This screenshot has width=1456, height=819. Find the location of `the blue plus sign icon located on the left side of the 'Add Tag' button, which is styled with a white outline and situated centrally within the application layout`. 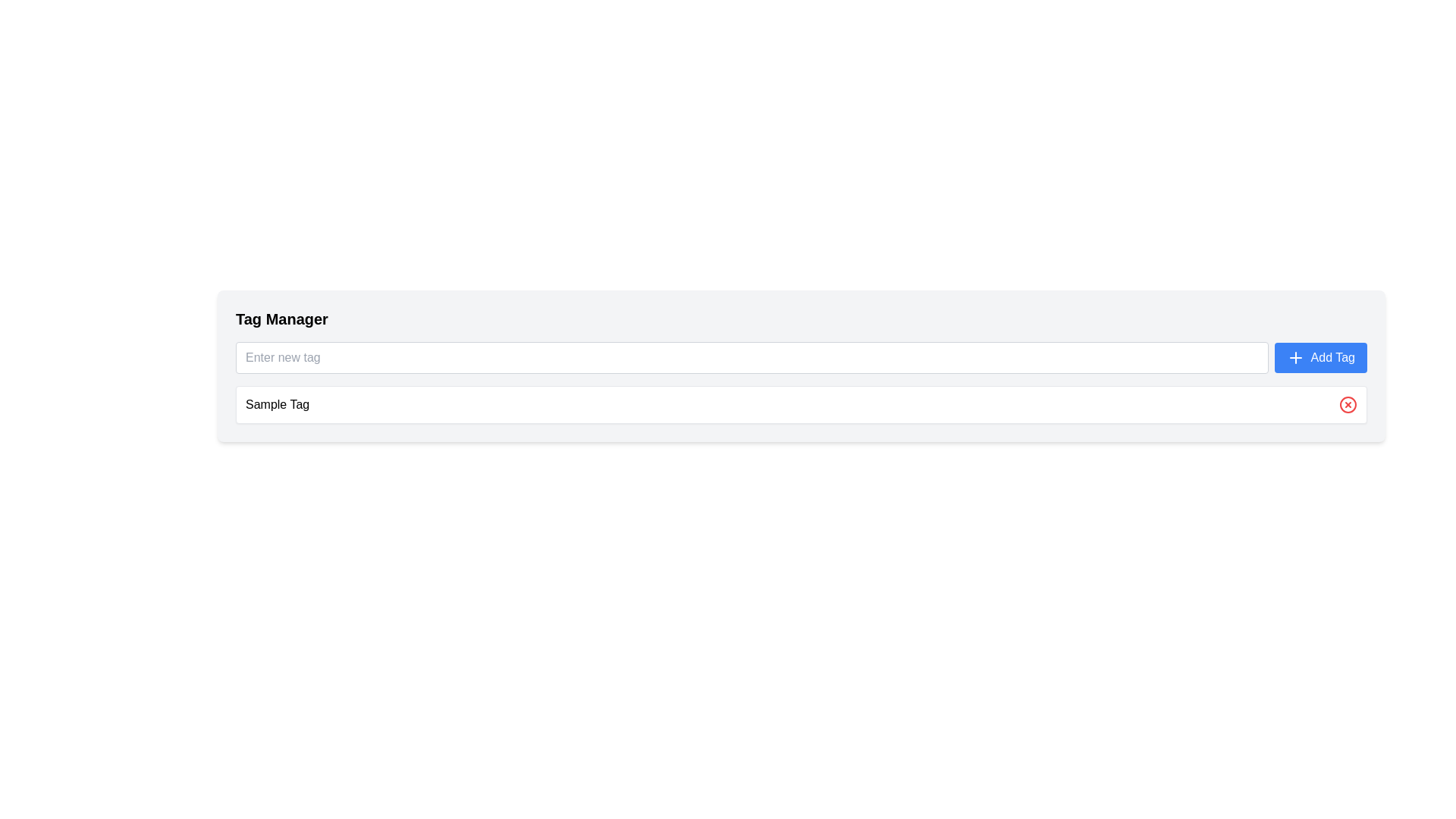

the blue plus sign icon located on the left side of the 'Add Tag' button, which is styled with a white outline and situated centrally within the application layout is located at coordinates (1294, 357).